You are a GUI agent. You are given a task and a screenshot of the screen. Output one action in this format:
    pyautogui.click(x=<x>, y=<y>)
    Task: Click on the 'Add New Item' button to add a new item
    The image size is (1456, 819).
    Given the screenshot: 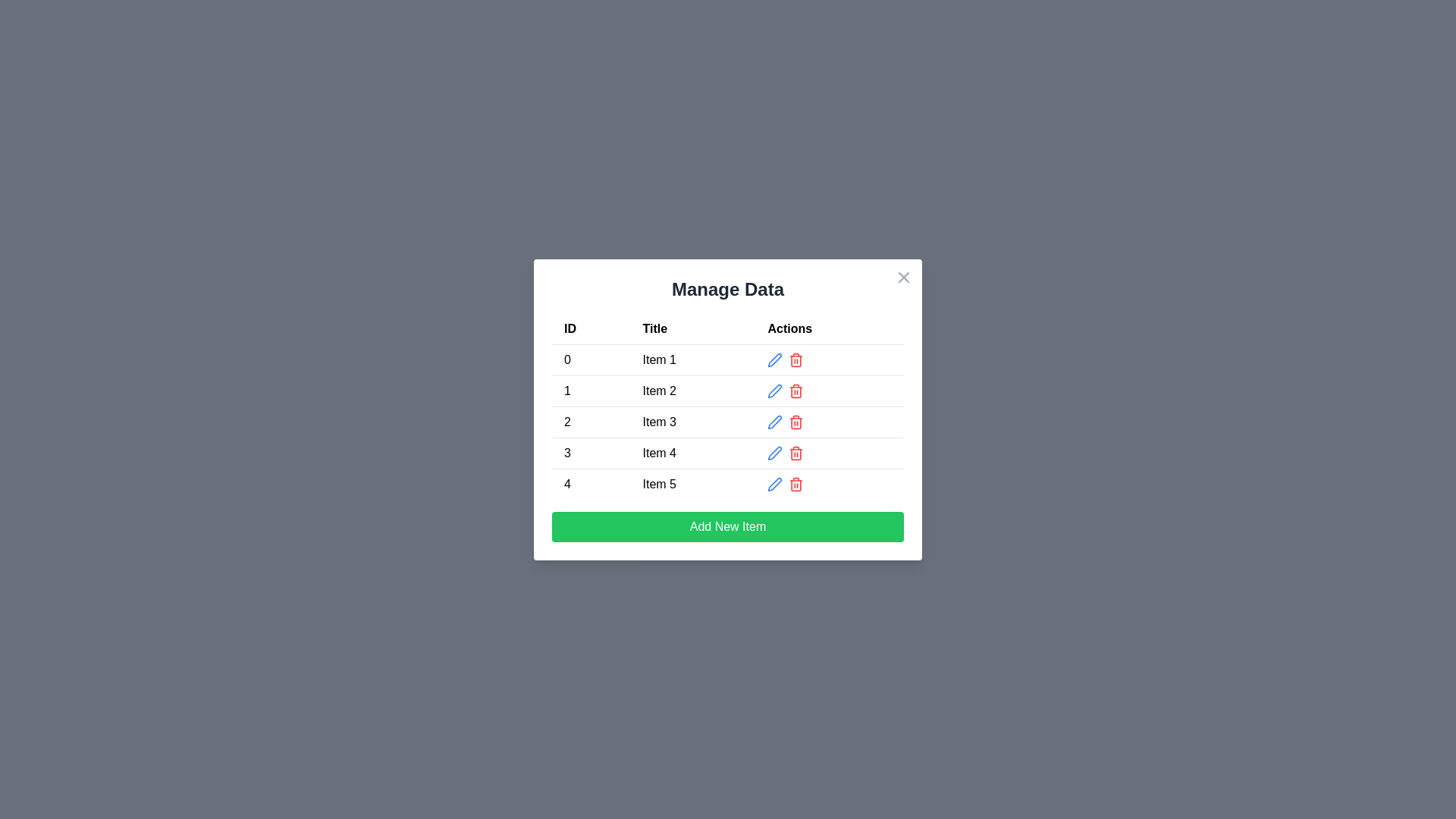 What is the action you would take?
    pyautogui.click(x=728, y=526)
    